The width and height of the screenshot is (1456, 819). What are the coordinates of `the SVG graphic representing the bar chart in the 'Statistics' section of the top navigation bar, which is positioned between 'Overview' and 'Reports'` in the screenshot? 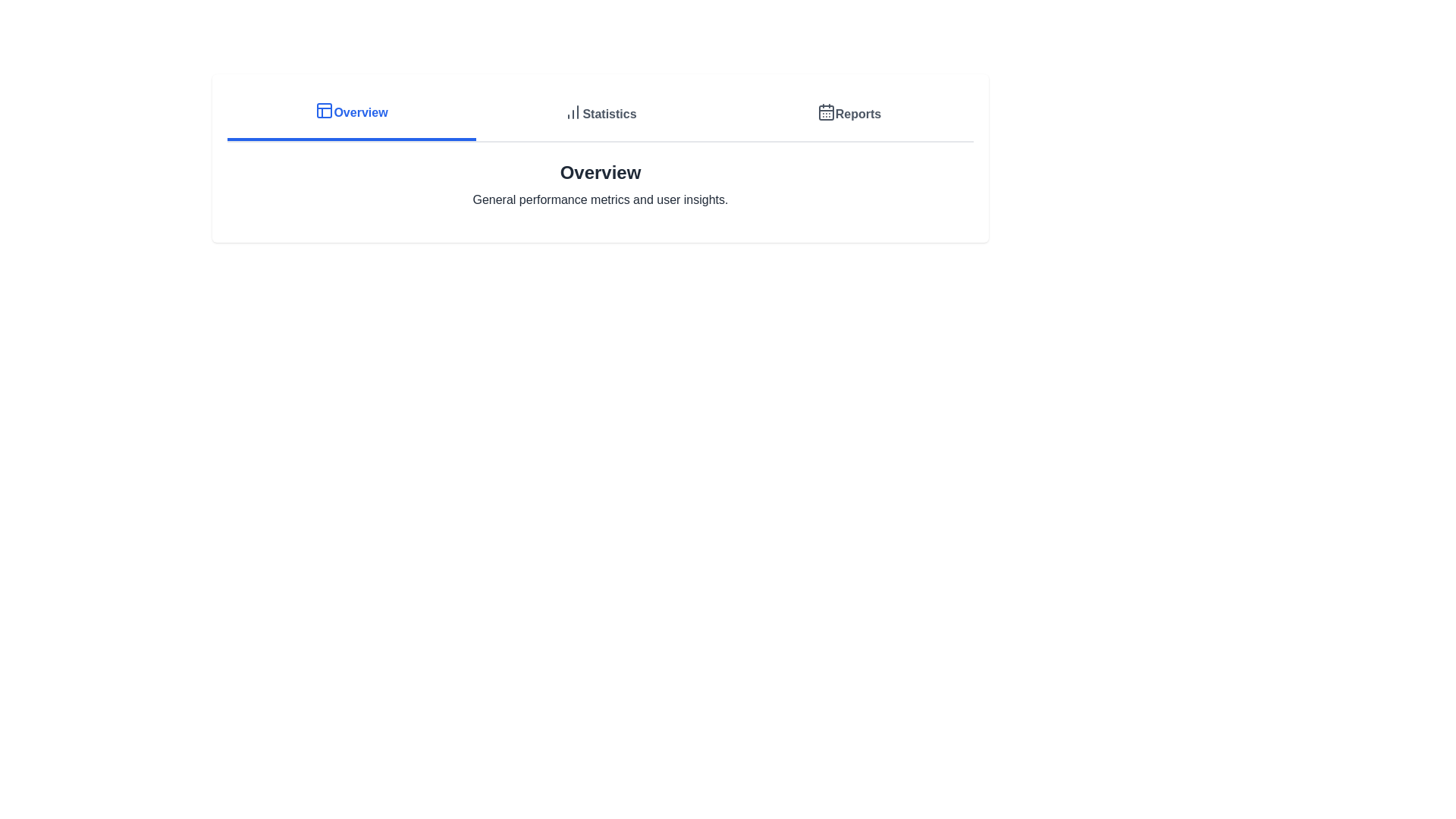 It's located at (573, 111).